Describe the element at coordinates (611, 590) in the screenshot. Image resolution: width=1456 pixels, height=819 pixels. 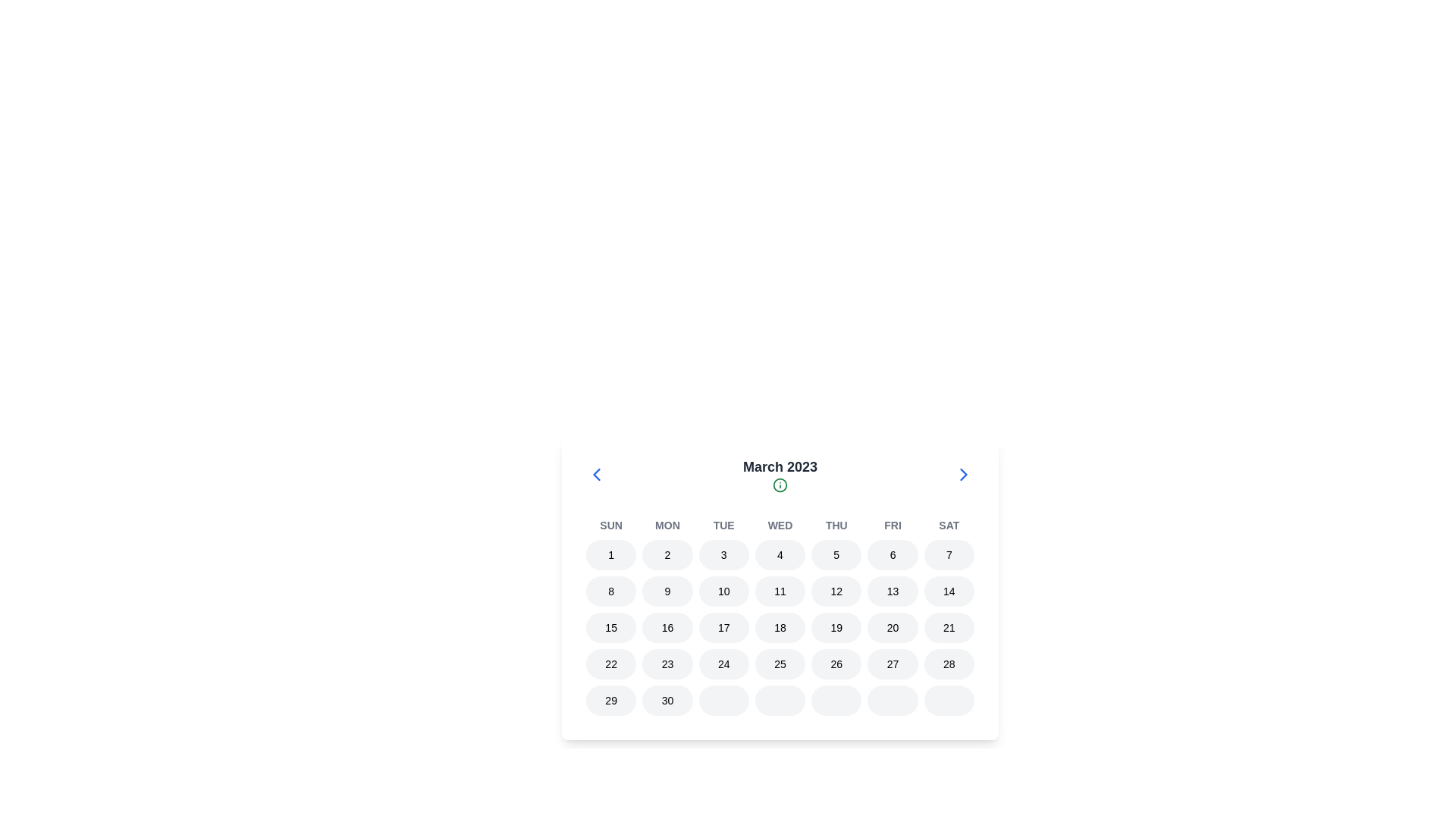
I see `the button representing the date '8' in the current calendar view` at that location.